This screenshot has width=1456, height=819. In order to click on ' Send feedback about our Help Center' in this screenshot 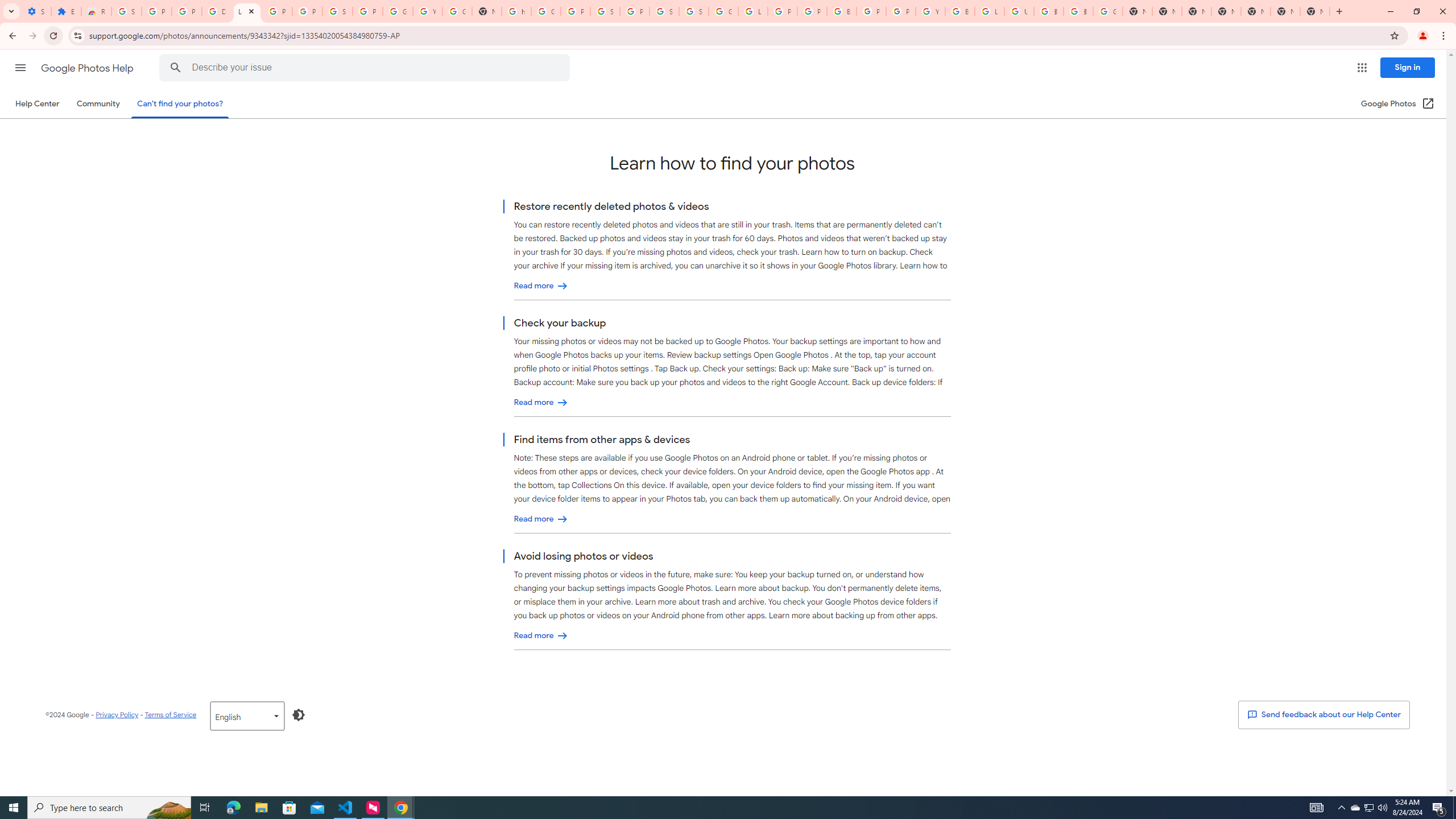, I will do `click(1323, 714)`.